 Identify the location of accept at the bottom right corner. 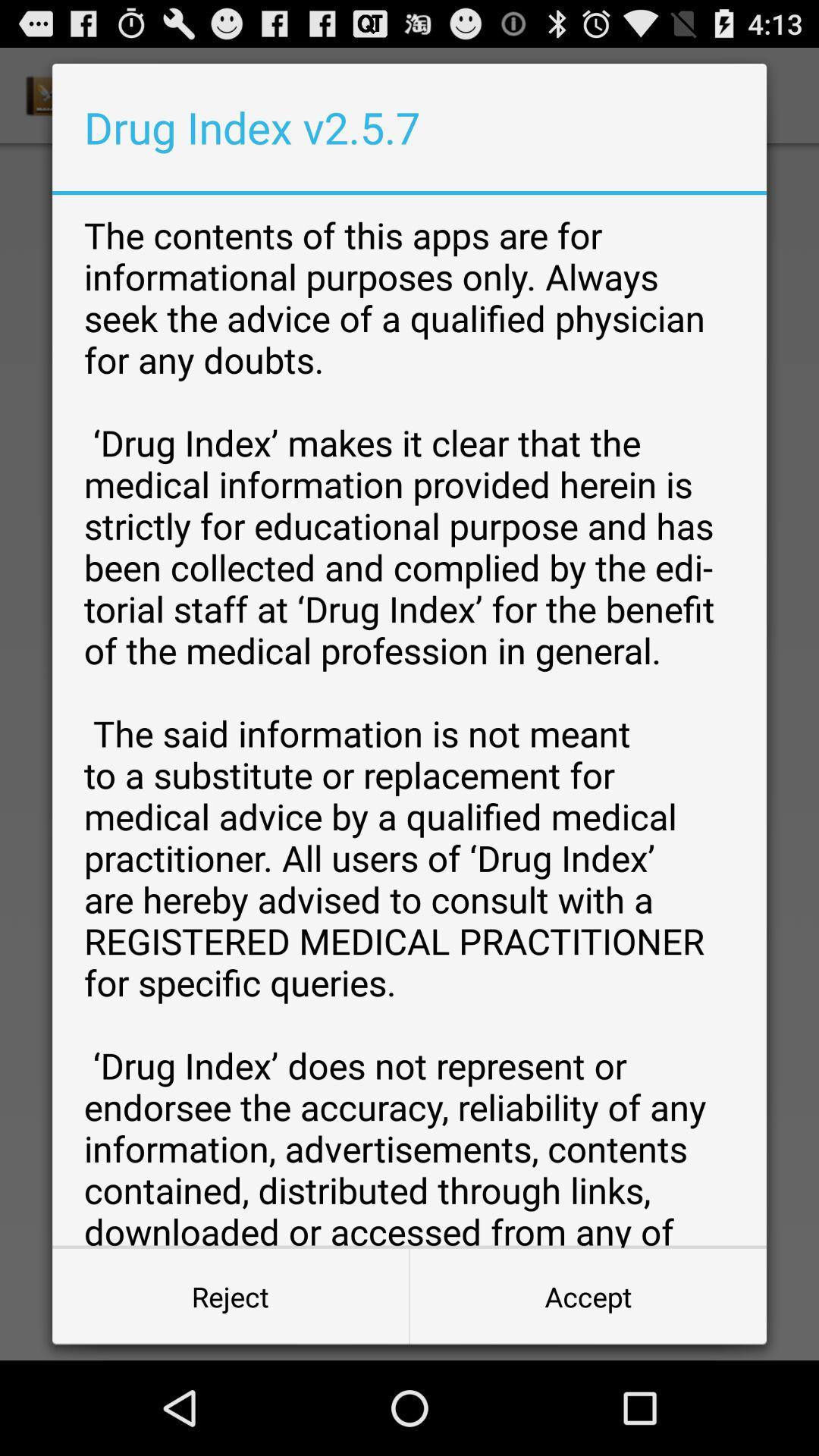
(587, 1295).